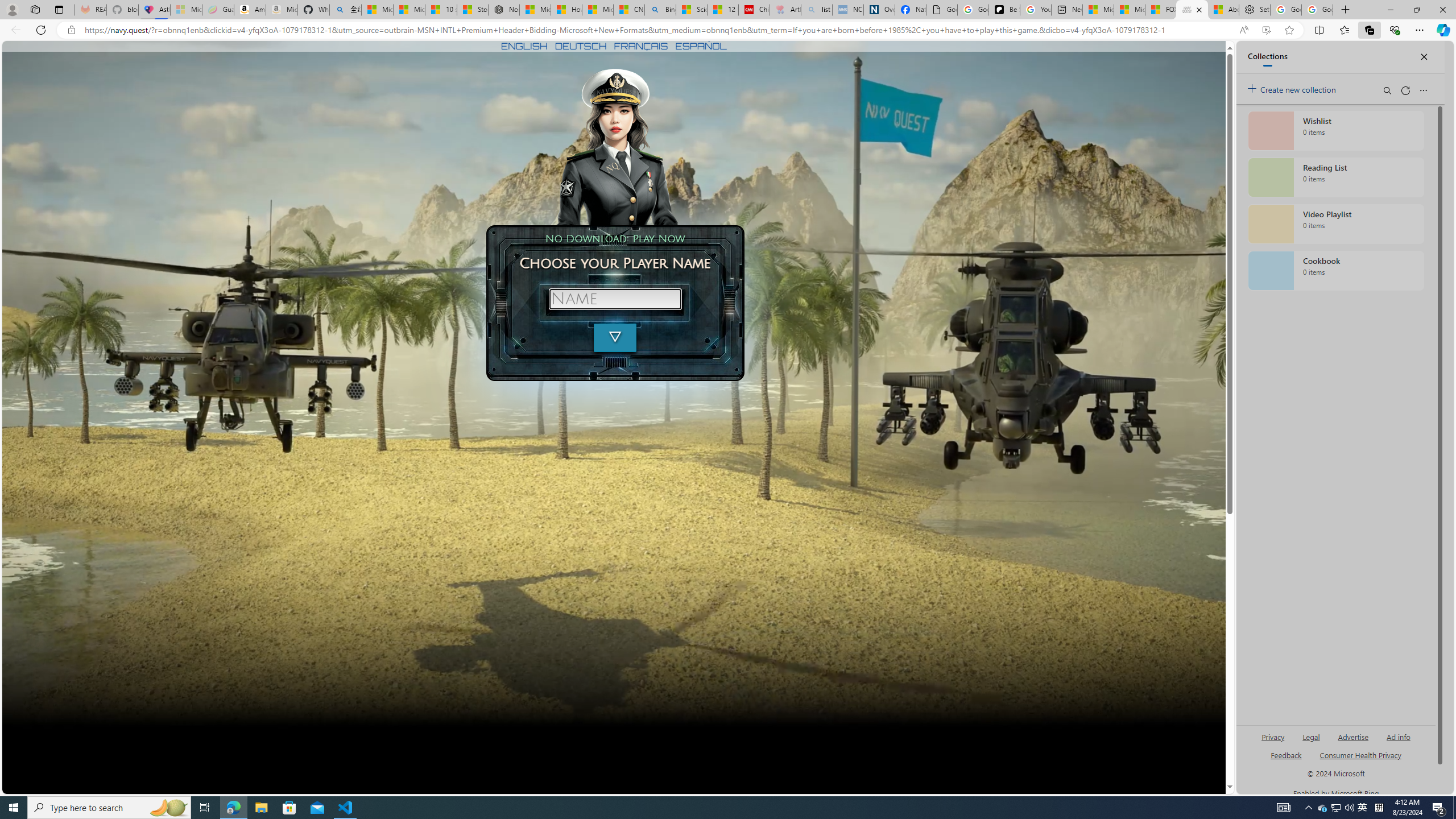 This screenshot has height=819, width=1456. I want to click on 'Personal Profile', so click(11, 9).